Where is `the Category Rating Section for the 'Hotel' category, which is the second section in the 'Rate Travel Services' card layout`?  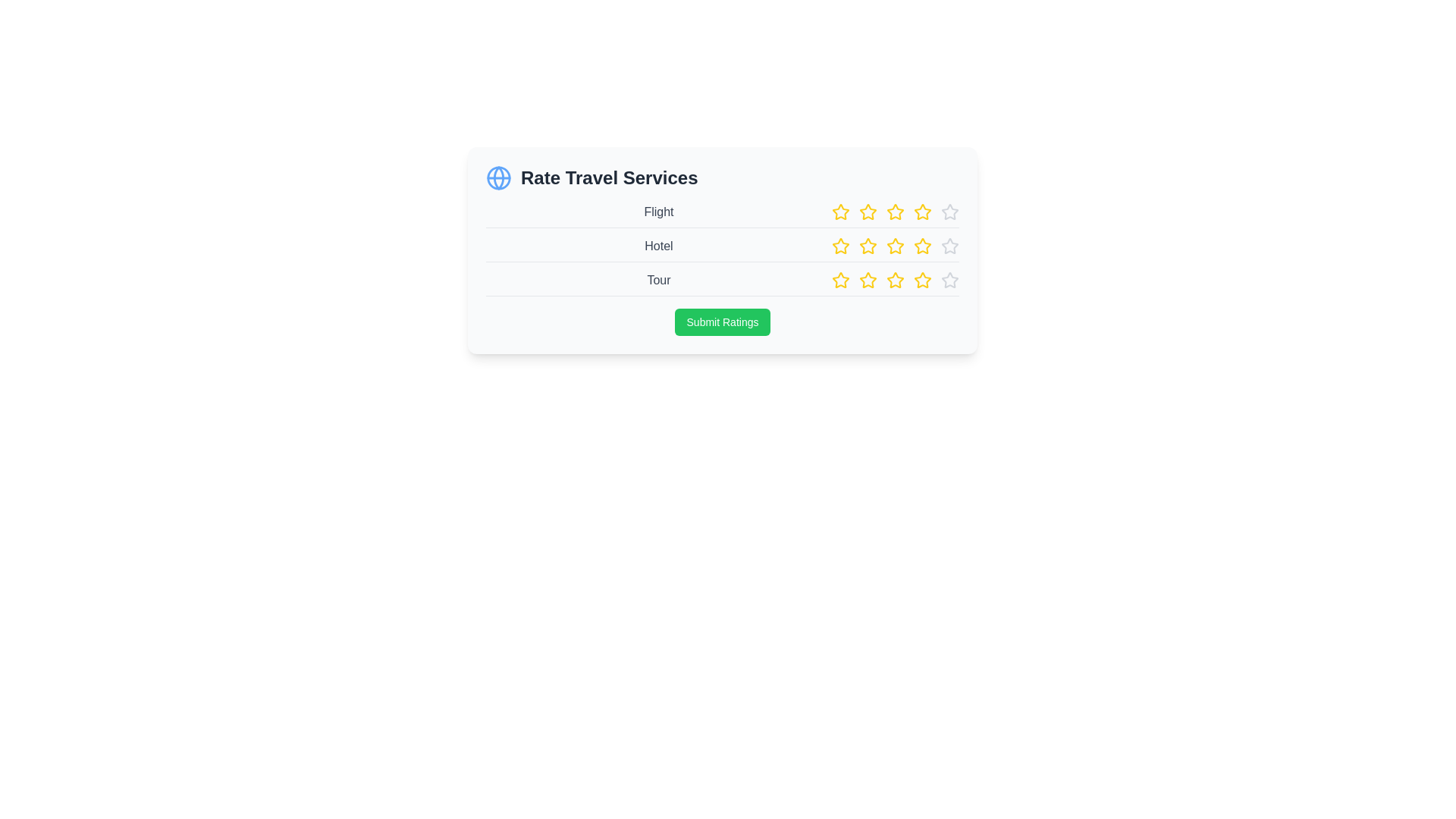 the Category Rating Section for the 'Hotel' category, which is the second section in the 'Rate Travel Services' card layout is located at coordinates (722, 249).